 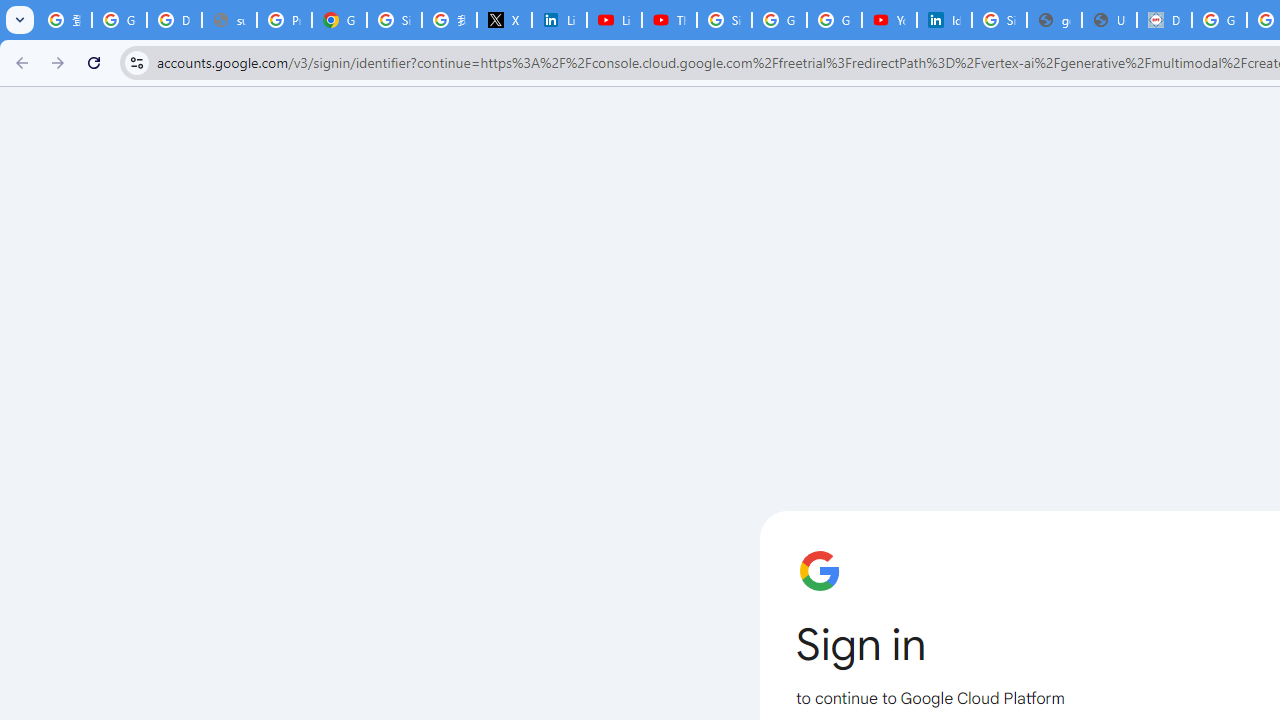 What do you see at coordinates (504, 20) in the screenshot?
I see `'X'` at bounding box center [504, 20].